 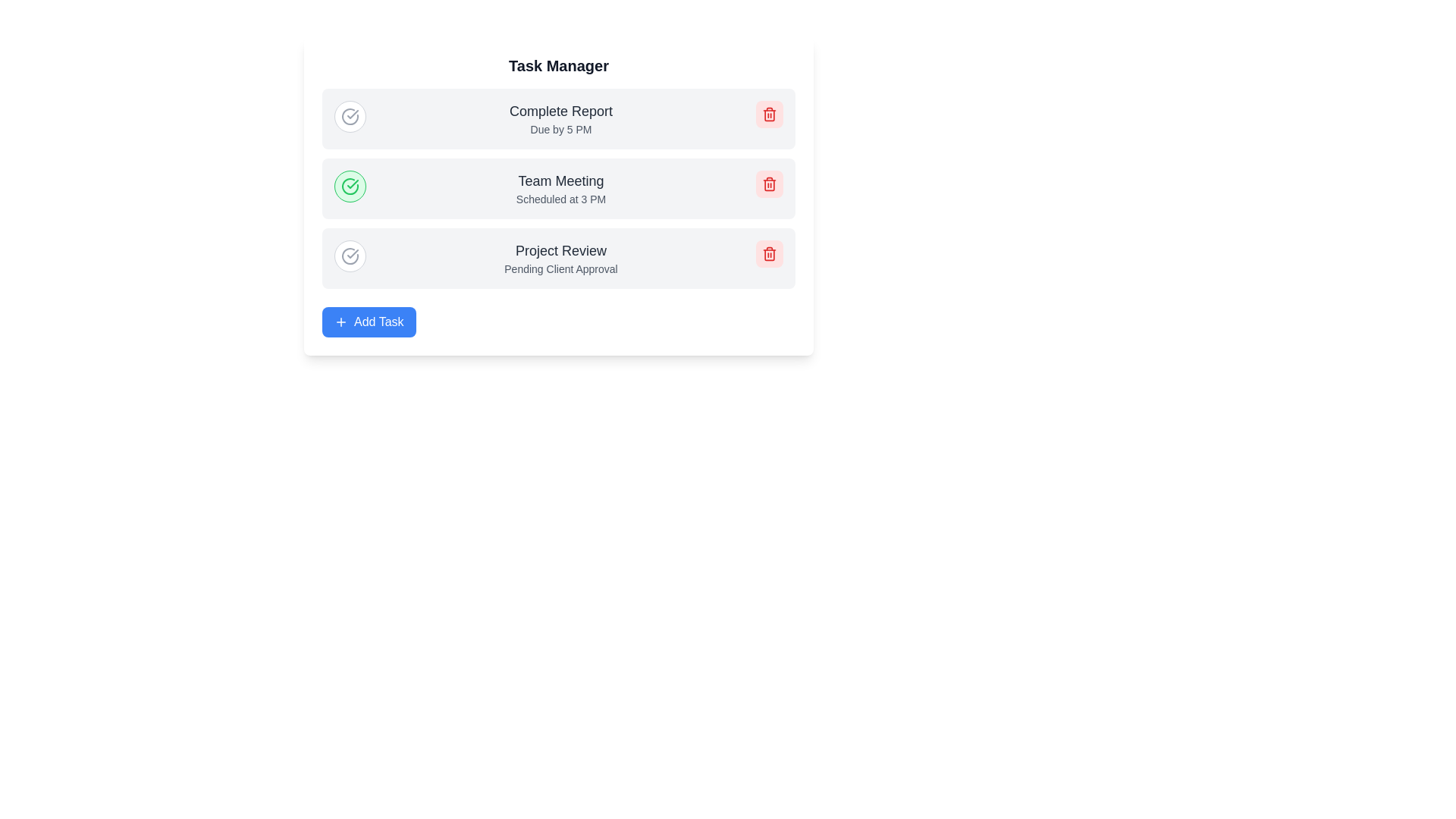 I want to click on the first task item in the task manager interface, which displays the task title and due date, positioned at the top of the list, so click(x=558, y=118).